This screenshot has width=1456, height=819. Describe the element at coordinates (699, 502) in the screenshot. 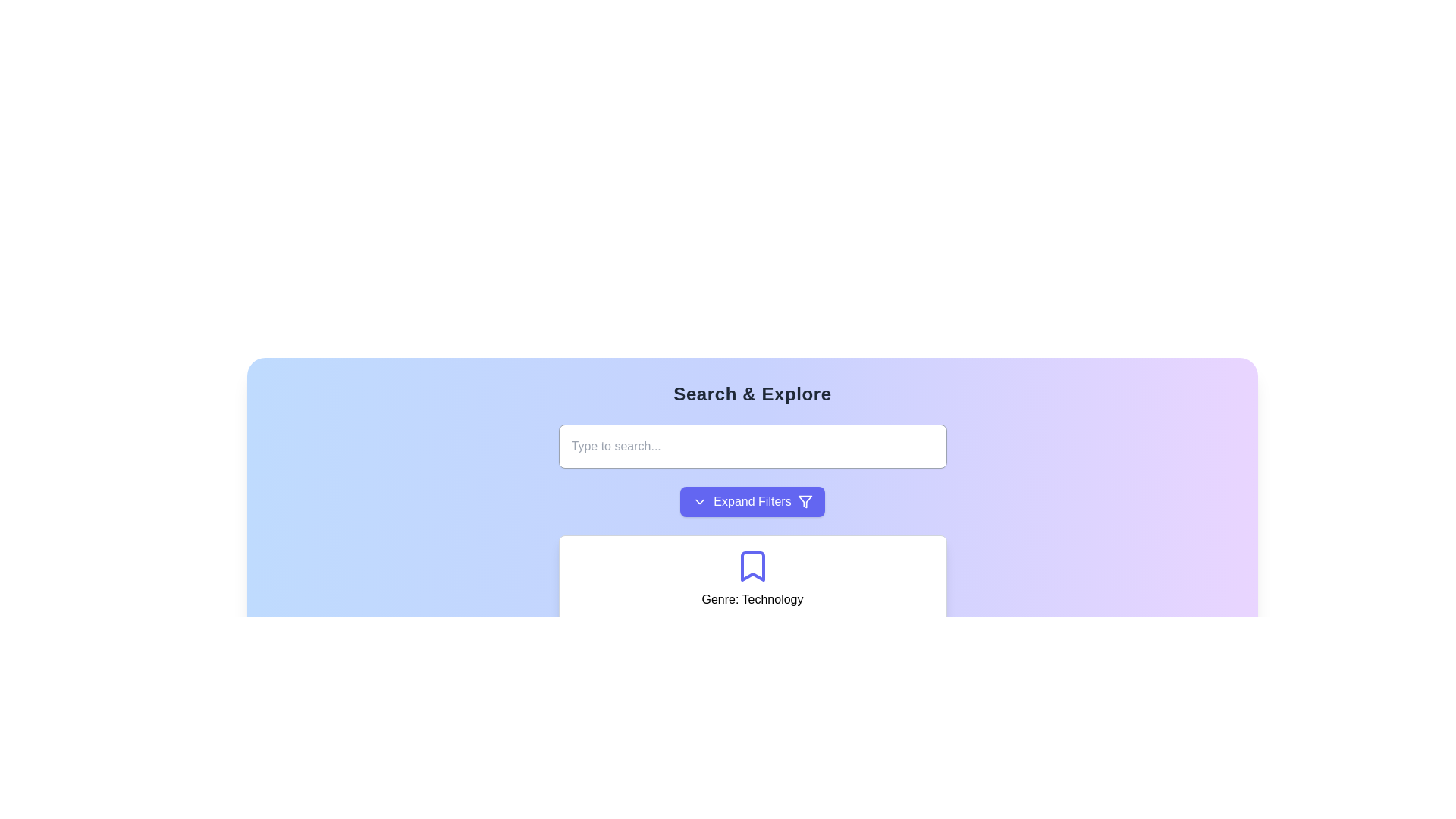

I see `the downward-facing chevron icon located within the 'Expand Filters' button in the header` at that location.